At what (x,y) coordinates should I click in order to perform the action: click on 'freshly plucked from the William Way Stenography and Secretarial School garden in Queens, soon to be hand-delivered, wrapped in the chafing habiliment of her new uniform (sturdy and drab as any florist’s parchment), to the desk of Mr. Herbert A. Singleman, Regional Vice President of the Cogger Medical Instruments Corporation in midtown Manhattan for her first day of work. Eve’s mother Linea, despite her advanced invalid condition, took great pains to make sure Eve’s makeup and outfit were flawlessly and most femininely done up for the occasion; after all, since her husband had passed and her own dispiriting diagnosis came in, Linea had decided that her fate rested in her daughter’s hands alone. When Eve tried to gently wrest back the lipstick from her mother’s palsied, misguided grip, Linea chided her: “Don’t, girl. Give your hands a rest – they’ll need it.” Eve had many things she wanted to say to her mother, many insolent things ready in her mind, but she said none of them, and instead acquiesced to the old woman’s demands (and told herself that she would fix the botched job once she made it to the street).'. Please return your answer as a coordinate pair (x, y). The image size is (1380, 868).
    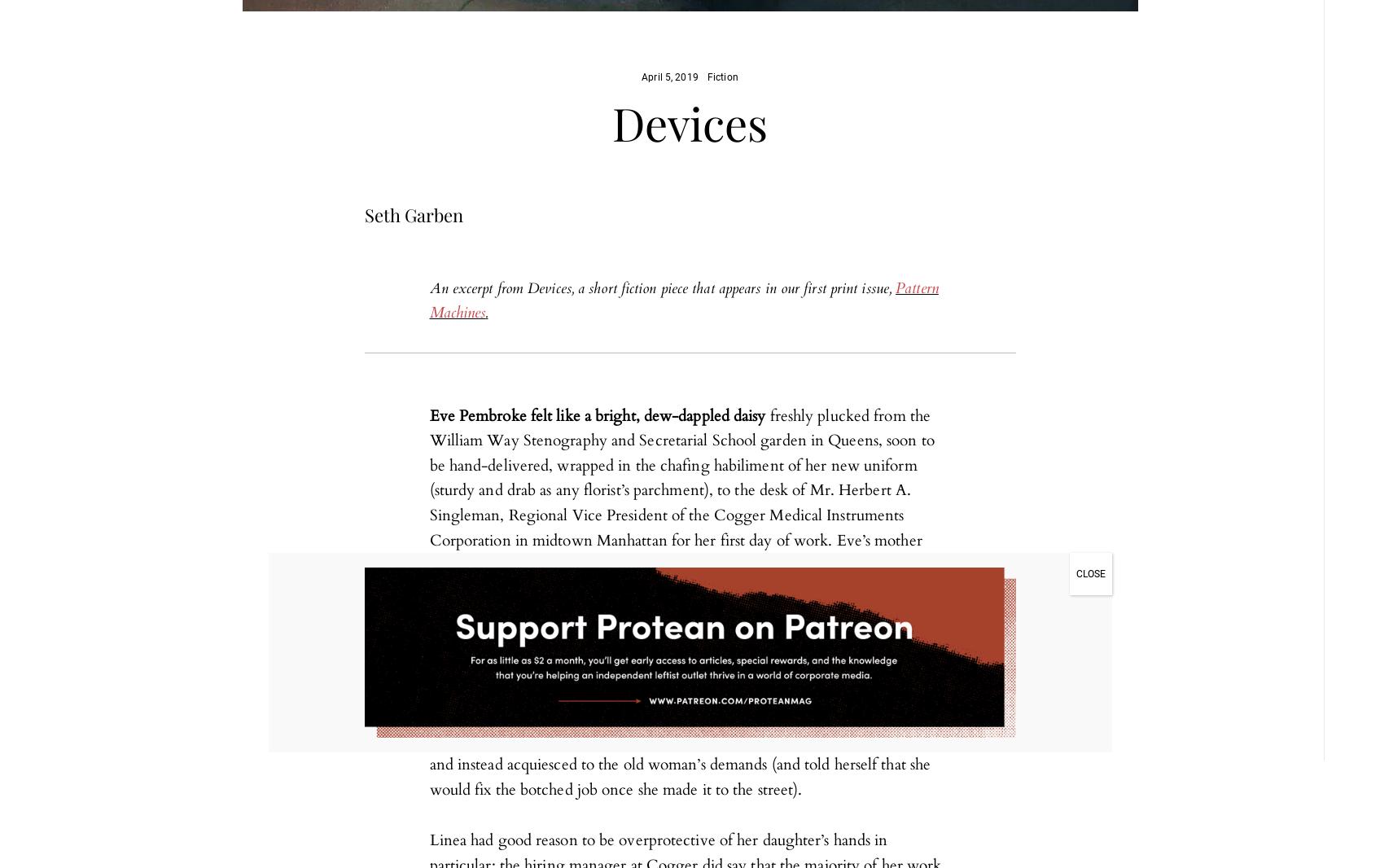
    Looking at the image, I should click on (681, 602).